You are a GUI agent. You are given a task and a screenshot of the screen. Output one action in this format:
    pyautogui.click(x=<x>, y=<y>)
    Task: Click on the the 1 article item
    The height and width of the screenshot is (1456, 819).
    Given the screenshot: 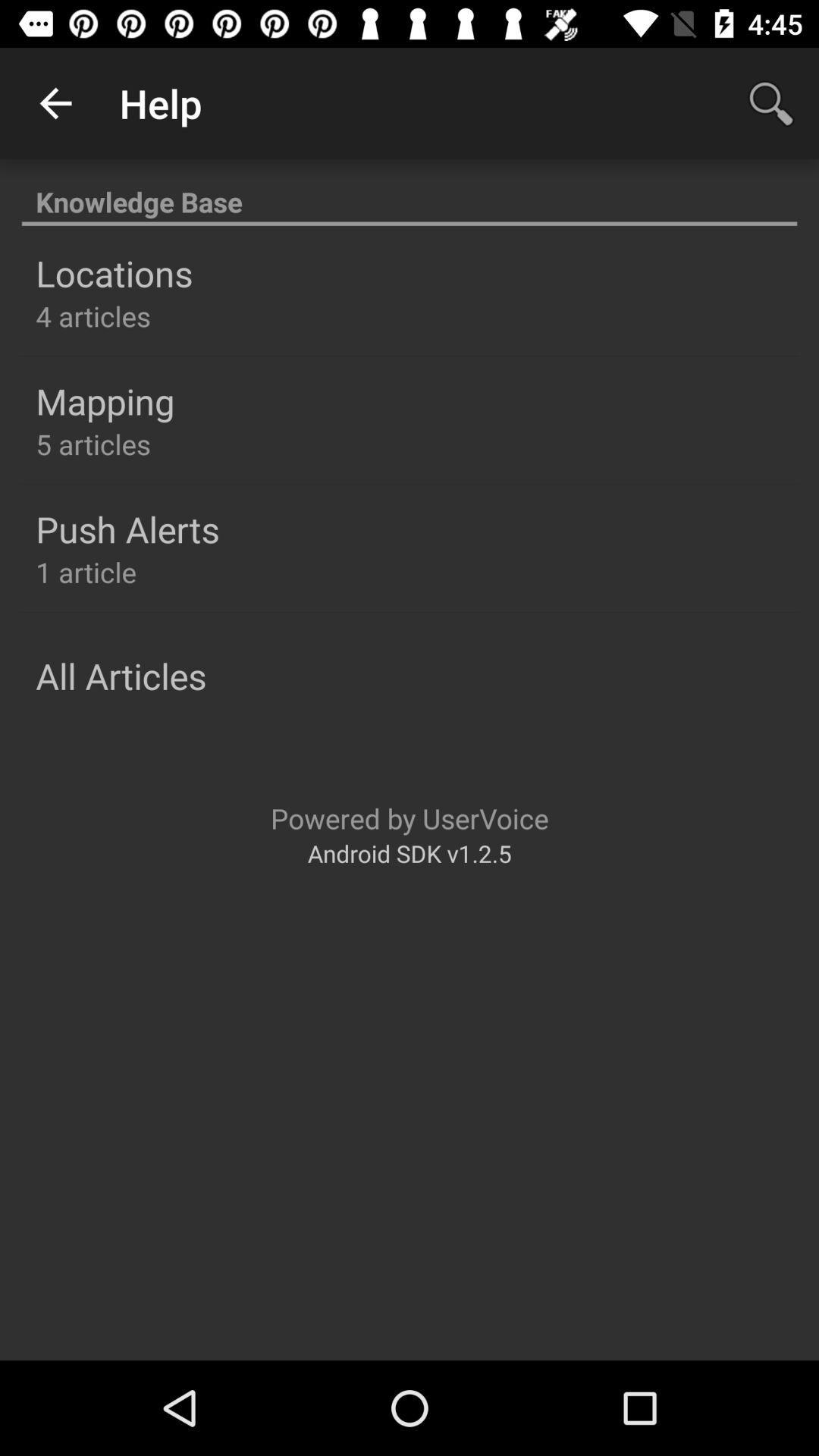 What is the action you would take?
    pyautogui.click(x=86, y=571)
    